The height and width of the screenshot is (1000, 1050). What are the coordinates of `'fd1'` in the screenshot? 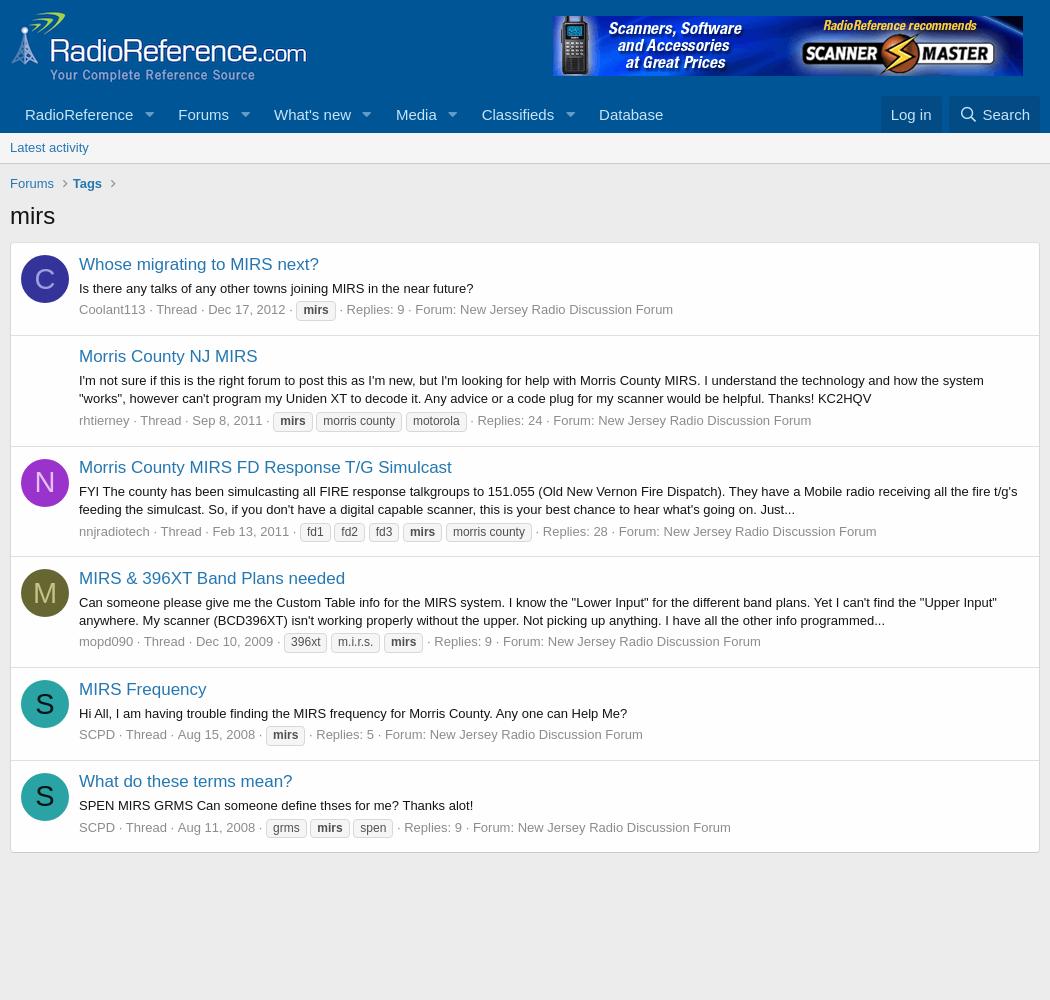 It's located at (315, 531).